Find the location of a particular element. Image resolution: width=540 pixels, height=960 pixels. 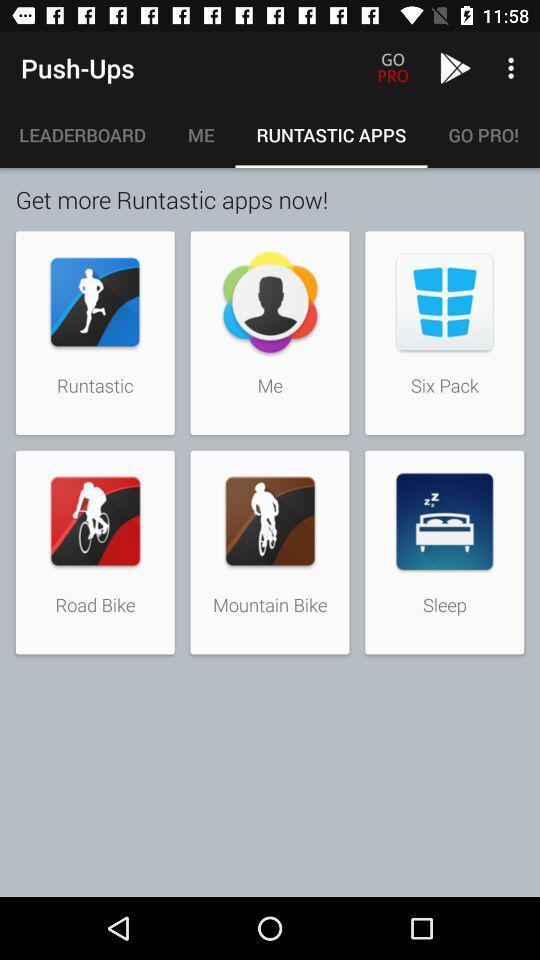

the icon next to the me is located at coordinates (82, 134).